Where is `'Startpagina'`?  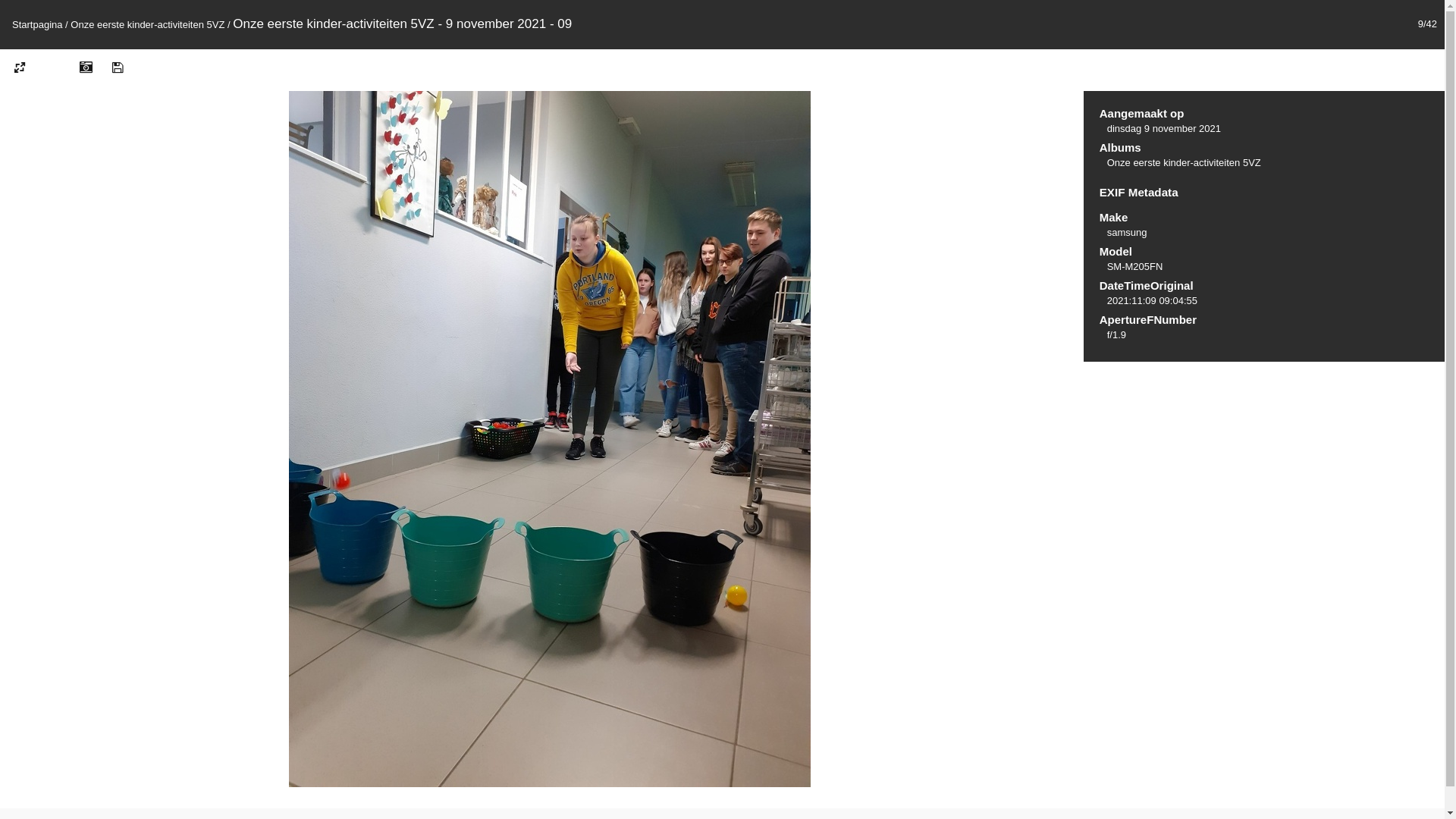 'Startpagina' is located at coordinates (37, 24).